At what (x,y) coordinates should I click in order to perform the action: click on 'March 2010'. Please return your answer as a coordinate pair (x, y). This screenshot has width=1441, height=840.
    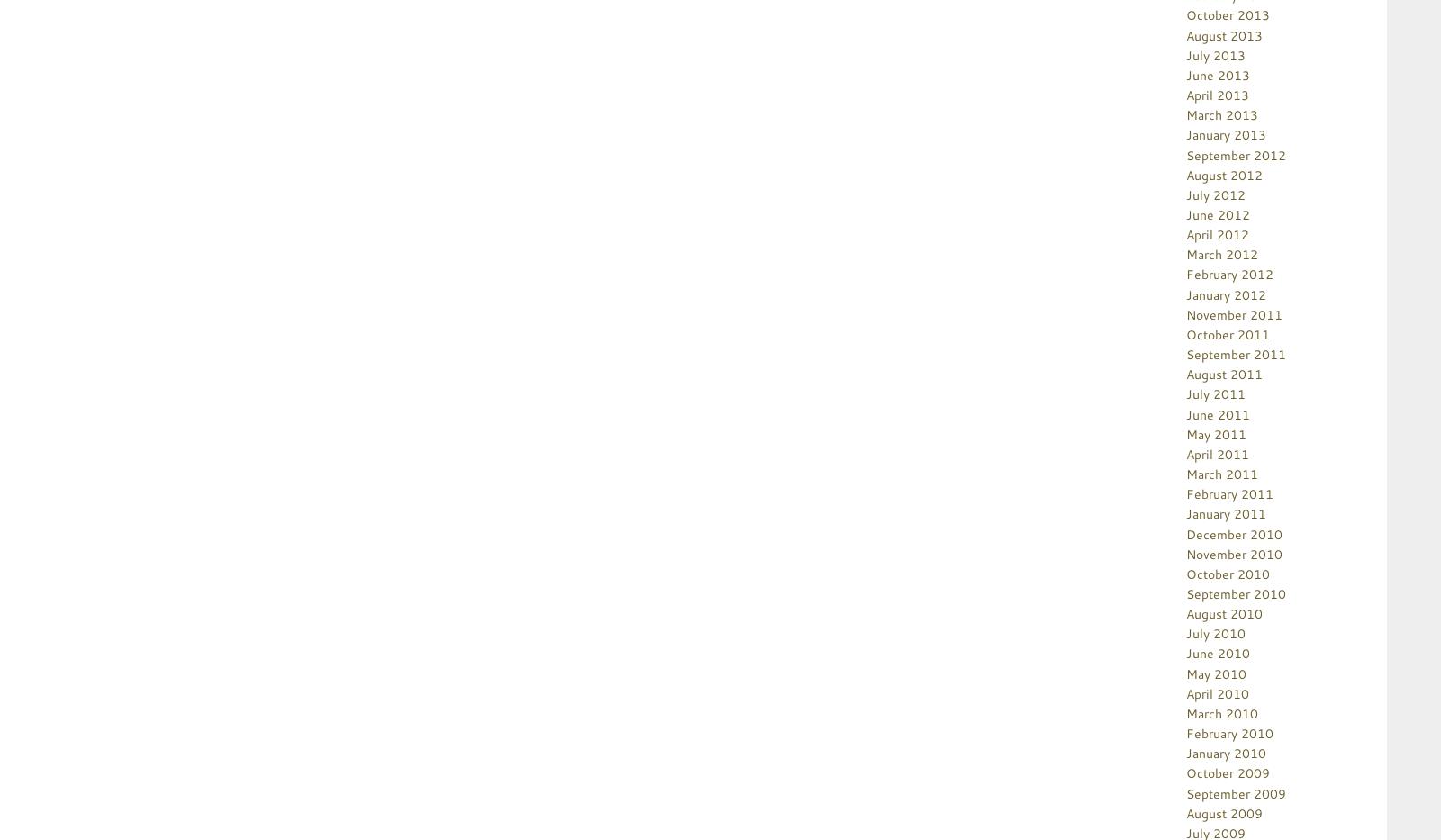
    Looking at the image, I should click on (1220, 712).